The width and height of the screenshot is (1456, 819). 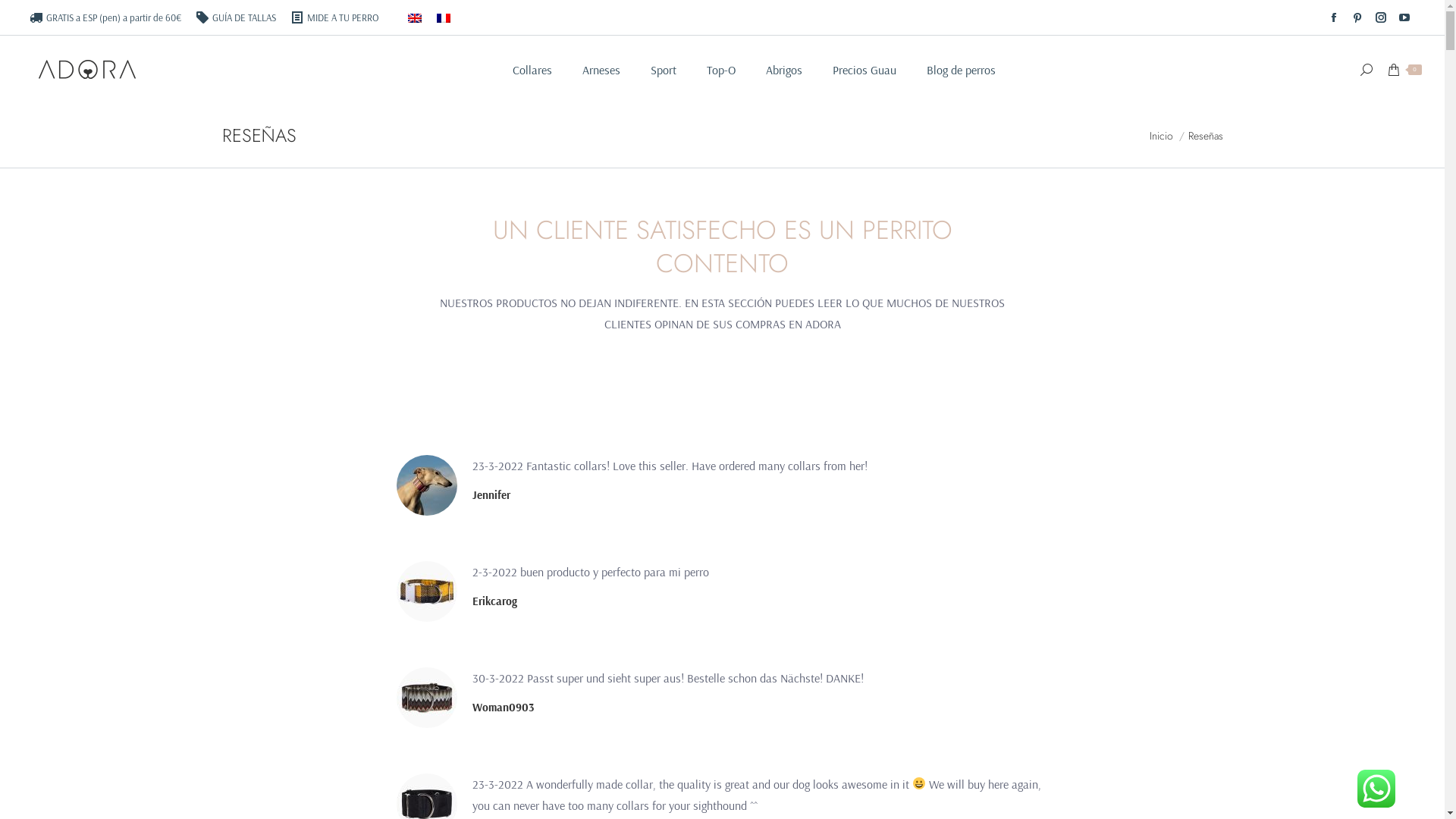 What do you see at coordinates (532, 70) in the screenshot?
I see `'Collares'` at bounding box center [532, 70].